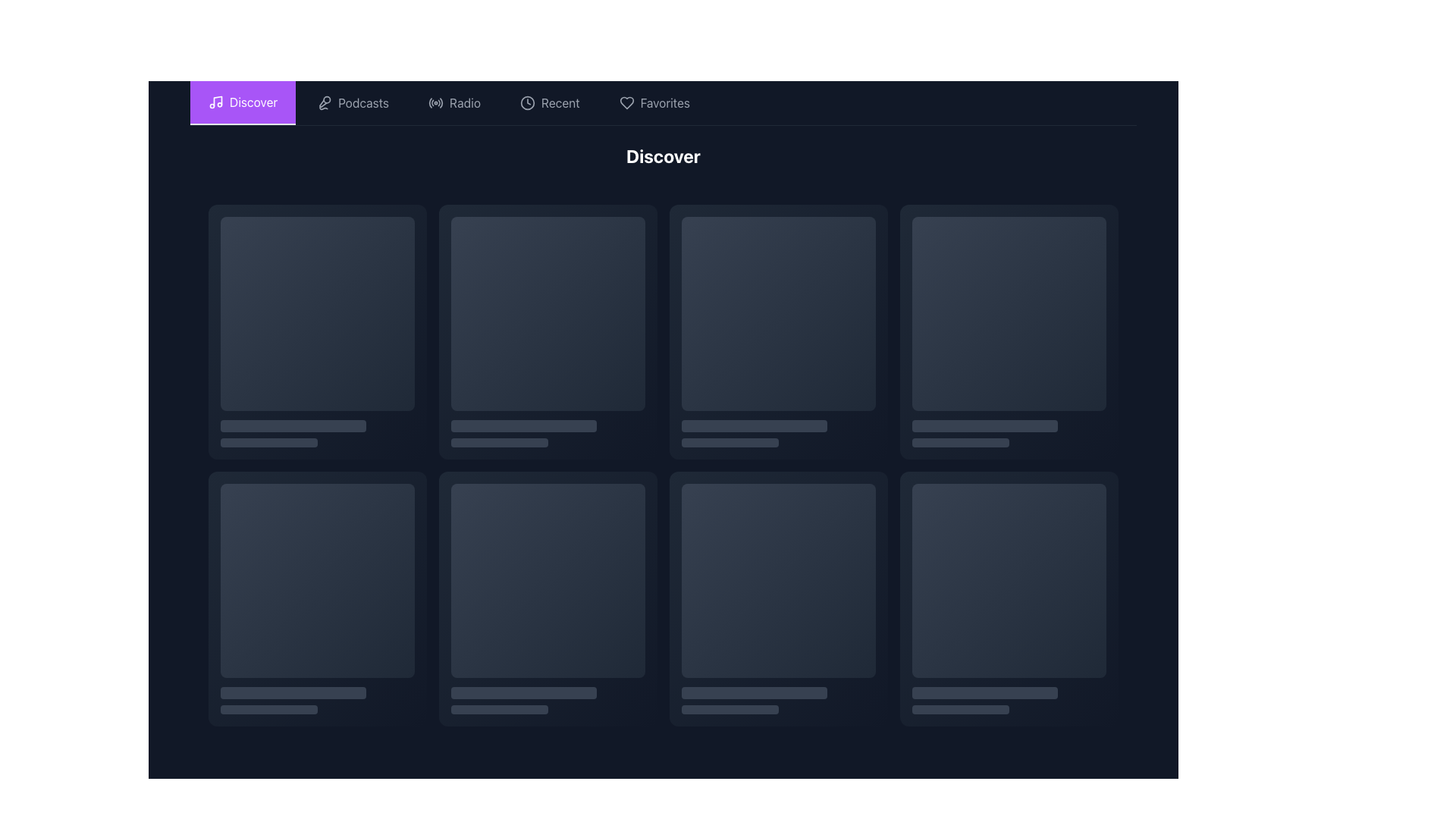  Describe the element at coordinates (730, 710) in the screenshot. I see `the decorative bar or progress indicator, which is a narrow horizontal gray bar located in the lower section of its content card layout` at that location.